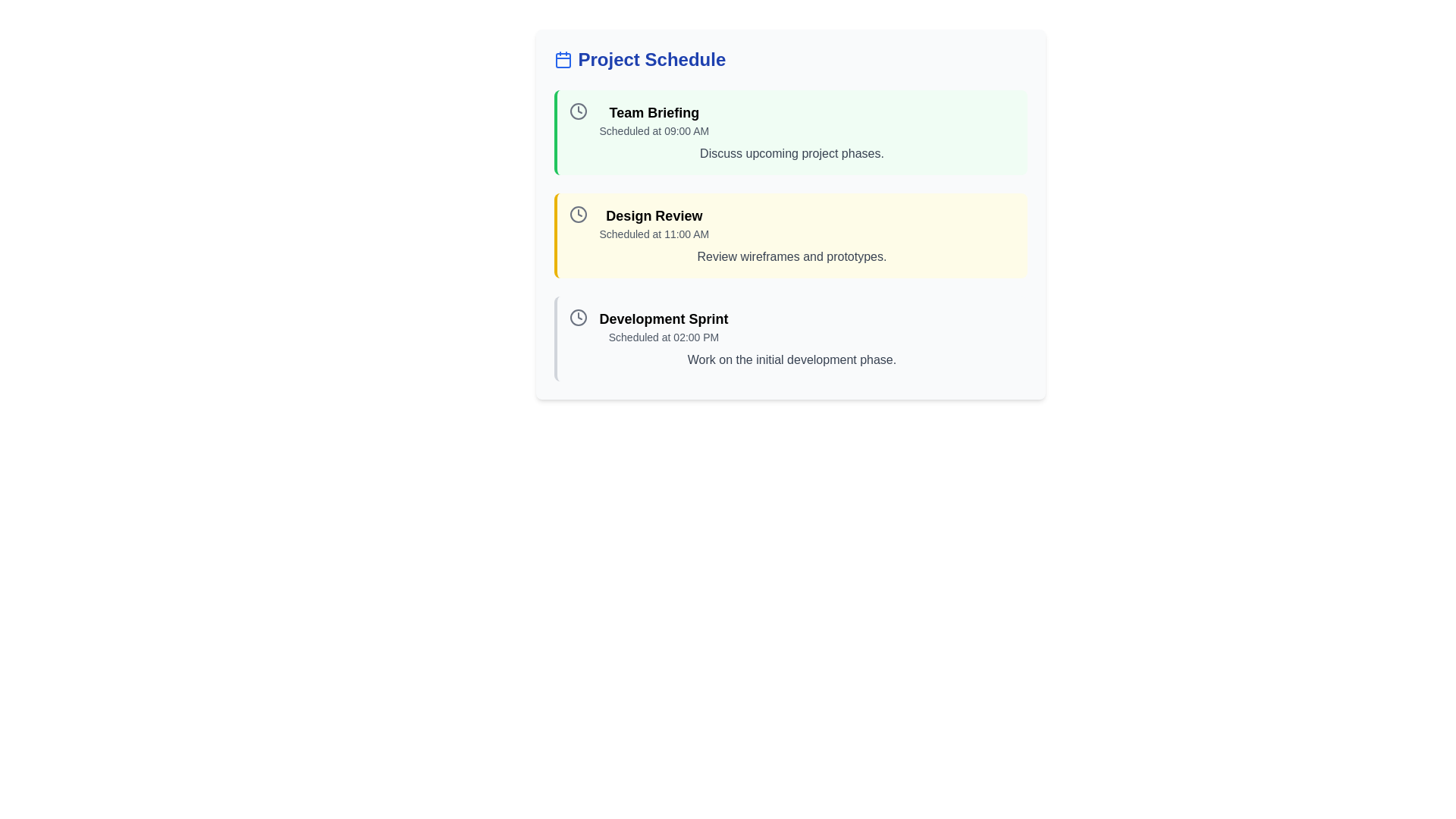 The width and height of the screenshot is (1456, 819). What do you see at coordinates (664, 326) in the screenshot?
I see `information displayed in the Text Display element titled 'Development Sprint' located below 'Team Briefing' and 'Design Review'` at bounding box center [664, 326].